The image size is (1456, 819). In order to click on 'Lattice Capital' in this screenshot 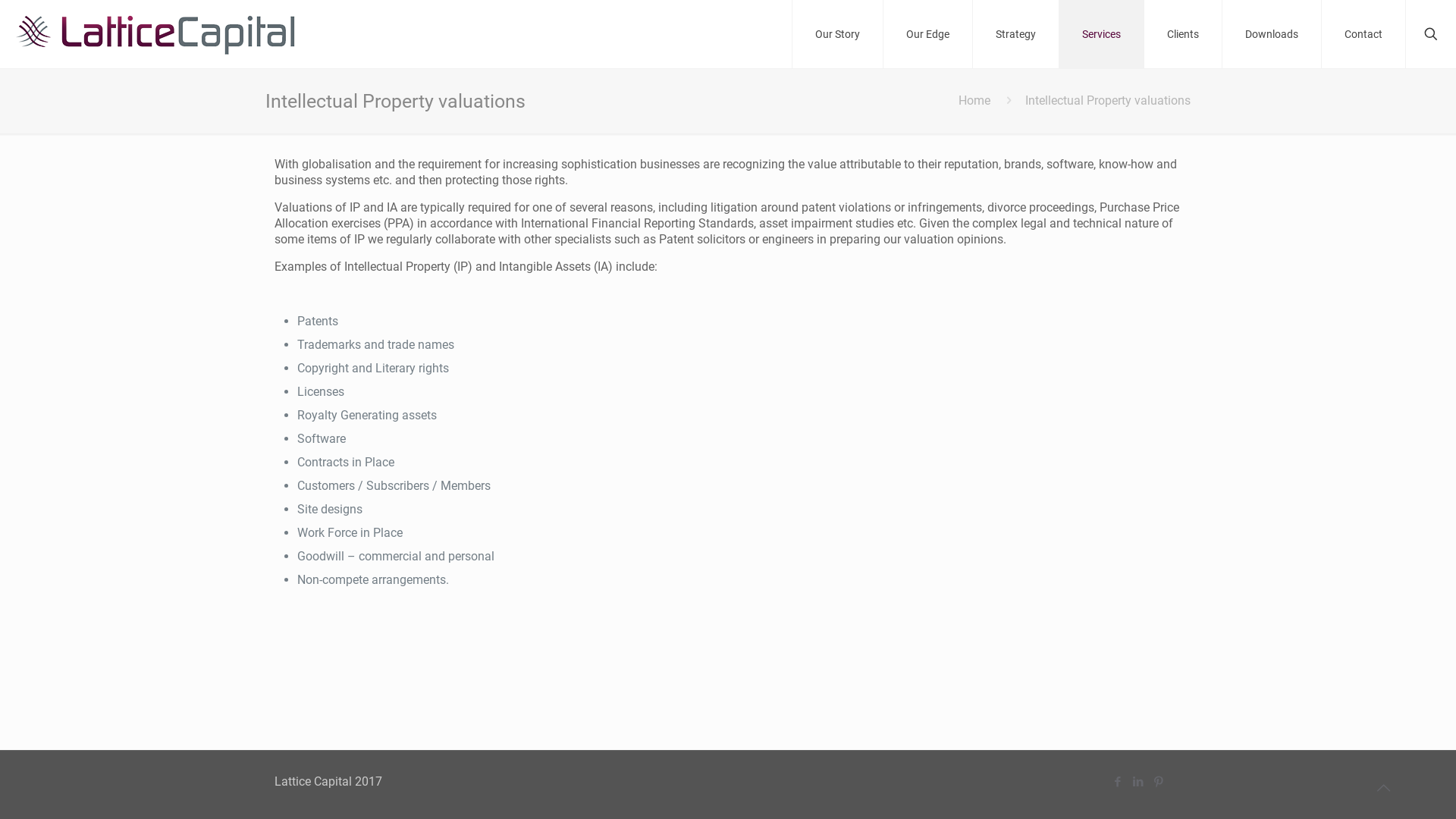, I will do `click(155, 34)`.